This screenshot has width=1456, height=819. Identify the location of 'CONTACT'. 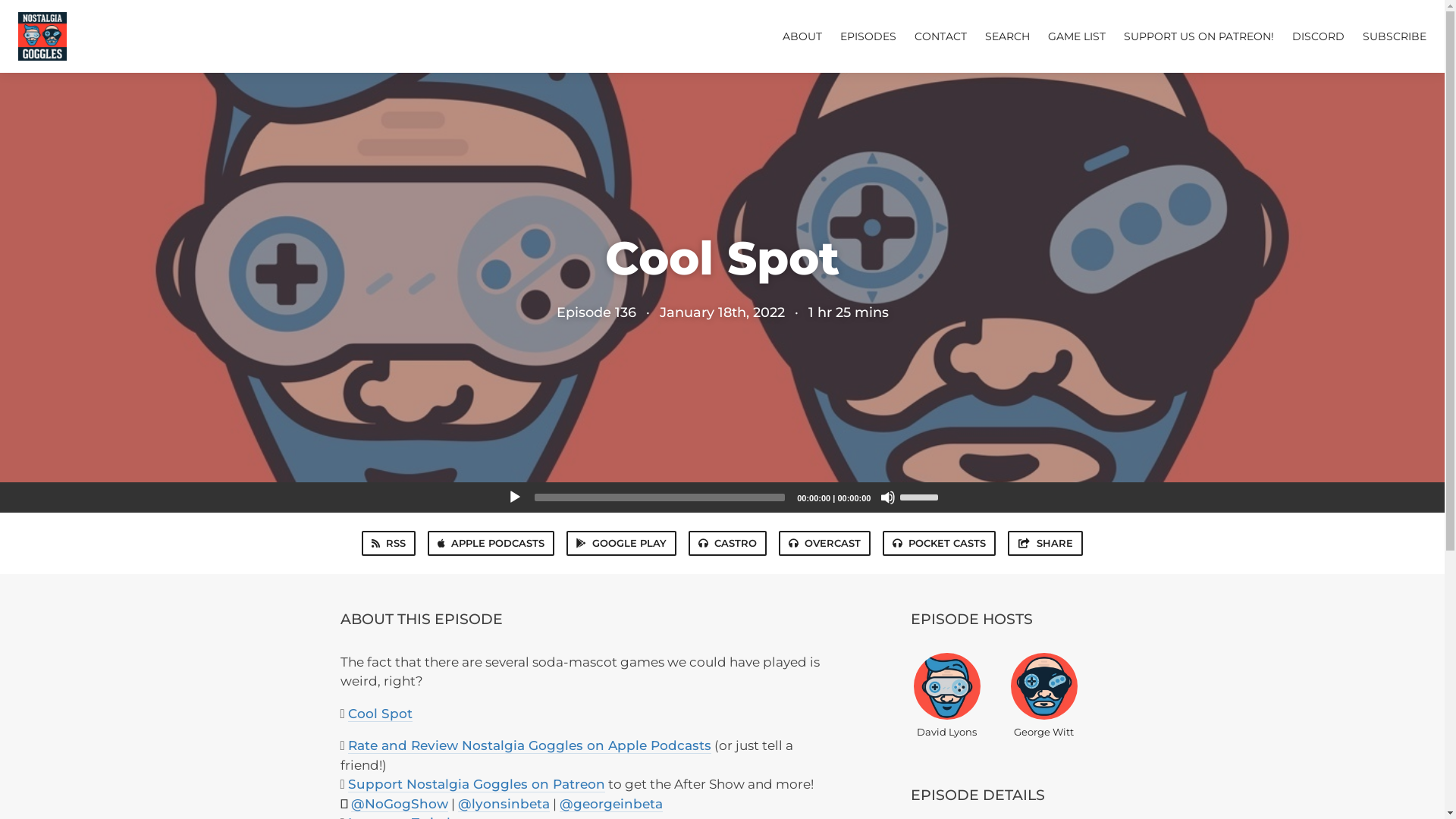
(940, 35).